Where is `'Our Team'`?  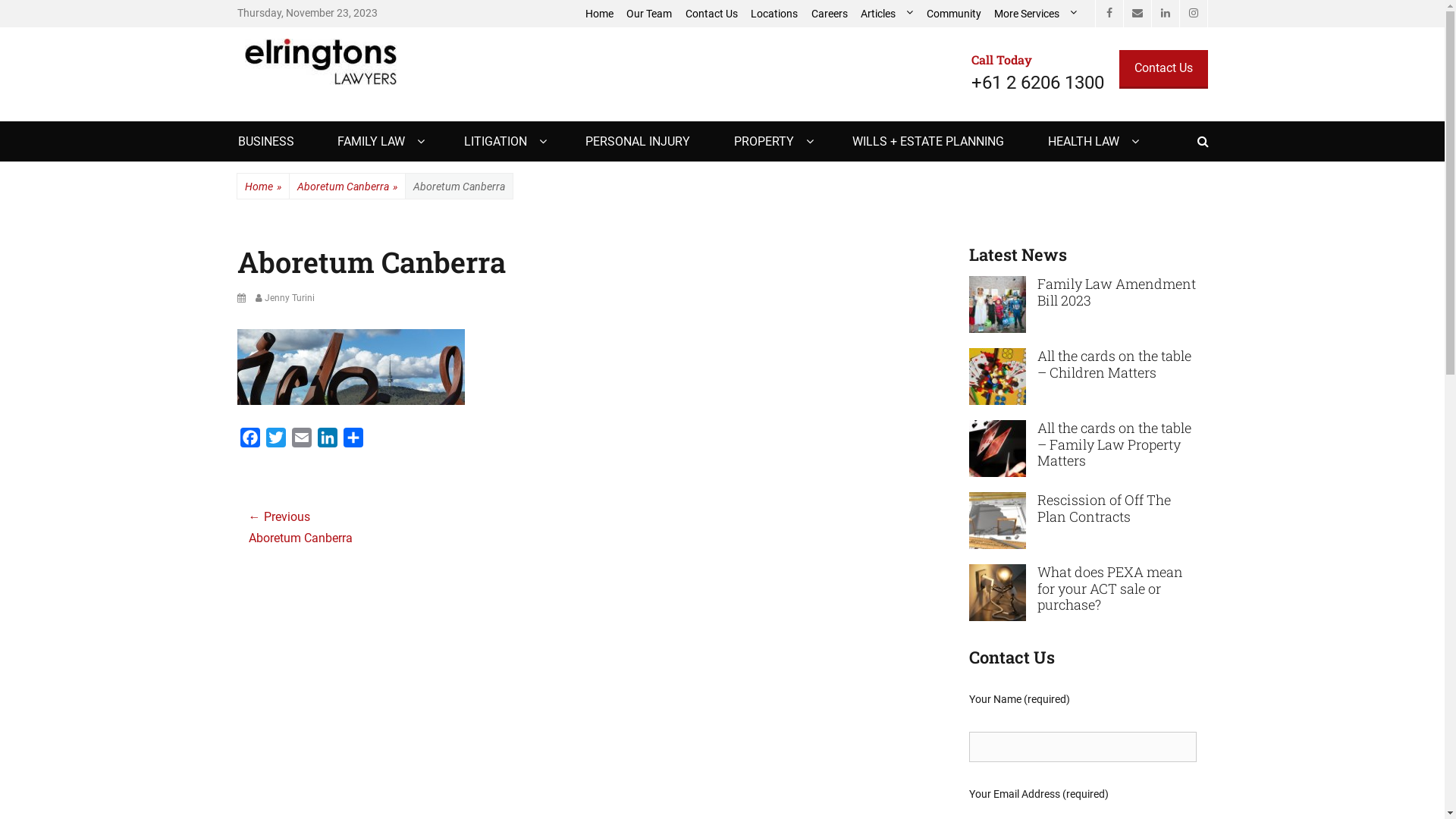 'Our Team' is located at coordinates (620, 14).